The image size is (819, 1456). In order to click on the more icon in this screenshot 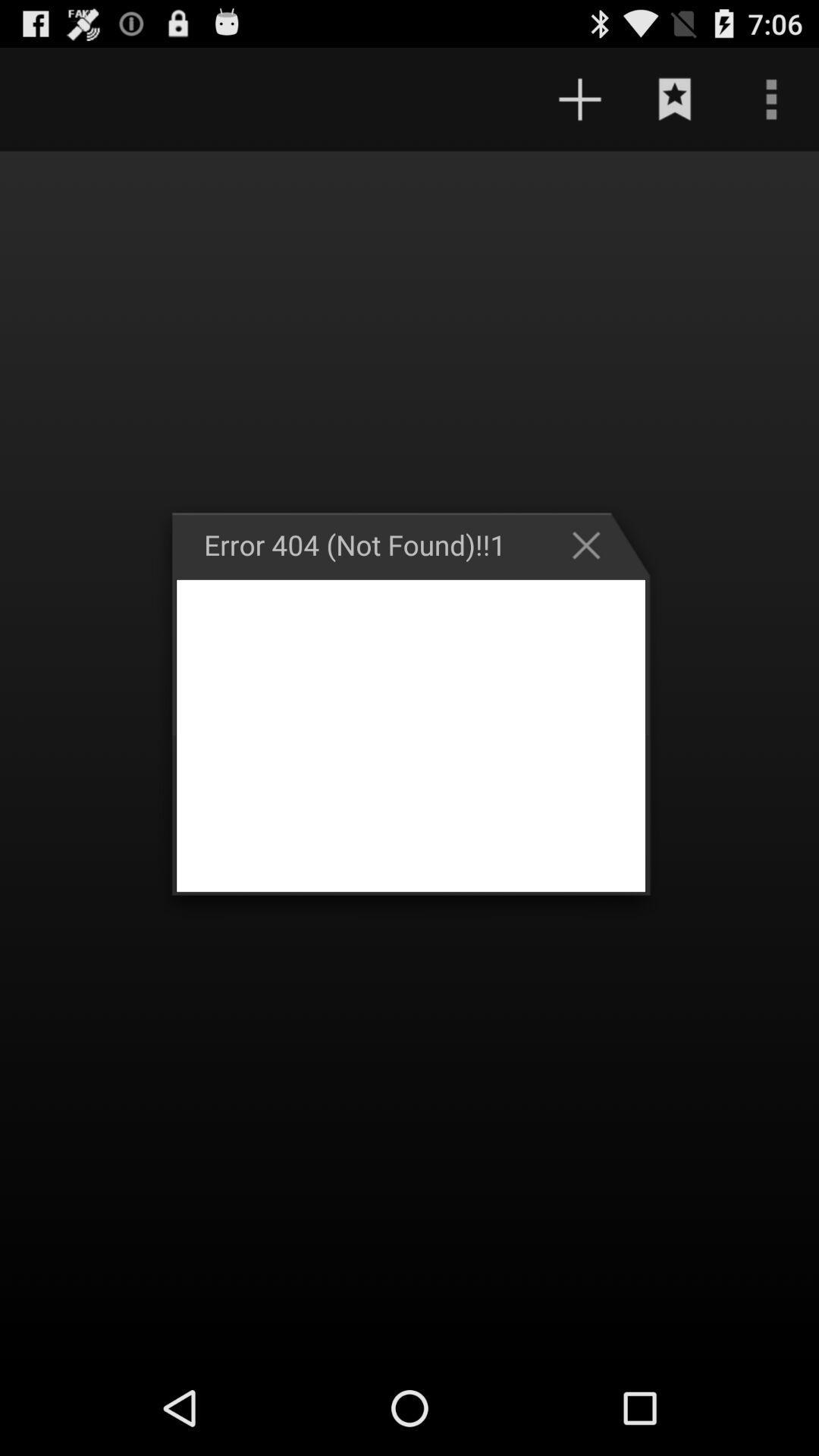, I will do `click(771, 105)`.